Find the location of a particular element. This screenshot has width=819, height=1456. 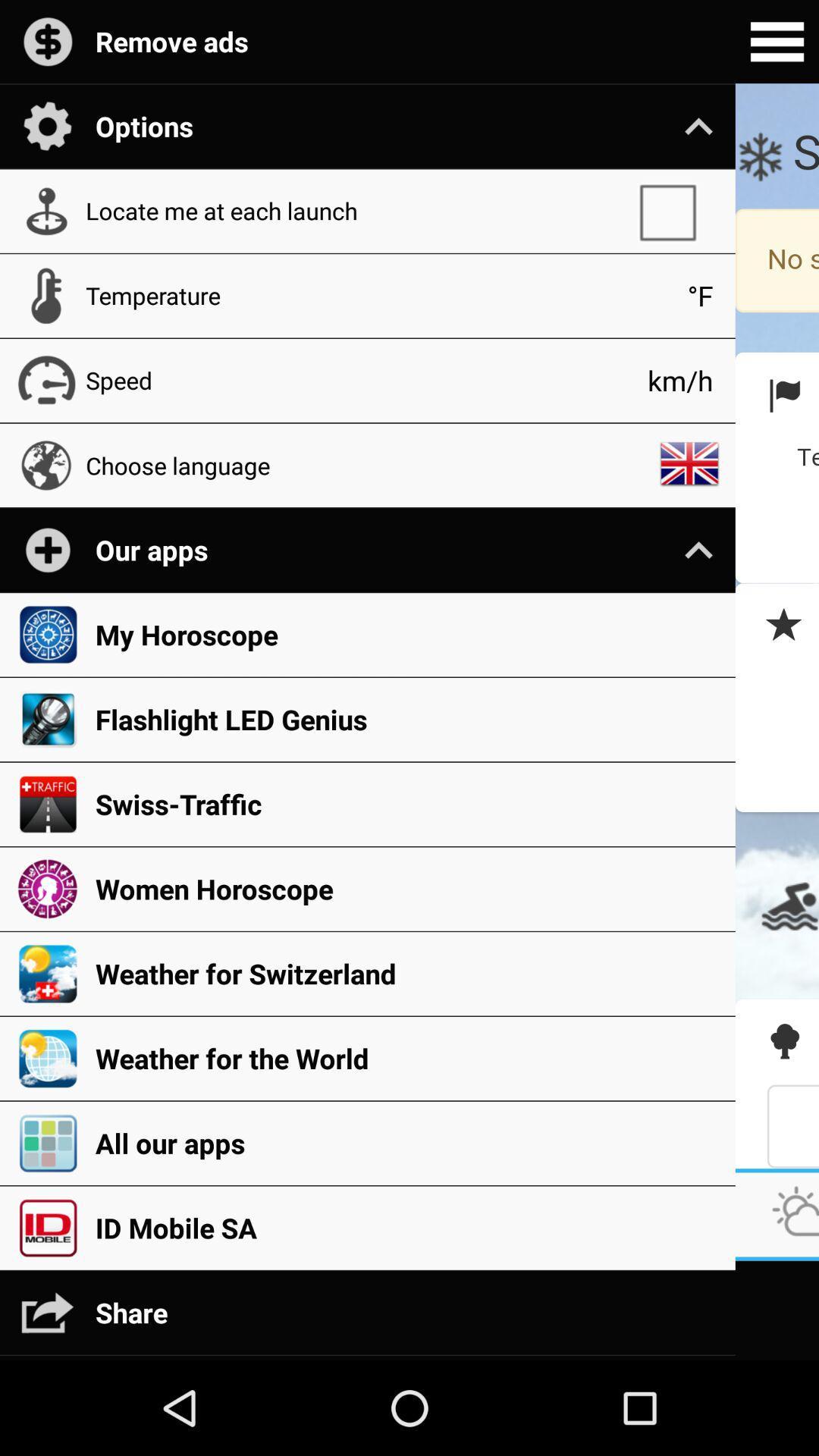

the app to the right of locate me at icon is located at coordinates (674, 210).